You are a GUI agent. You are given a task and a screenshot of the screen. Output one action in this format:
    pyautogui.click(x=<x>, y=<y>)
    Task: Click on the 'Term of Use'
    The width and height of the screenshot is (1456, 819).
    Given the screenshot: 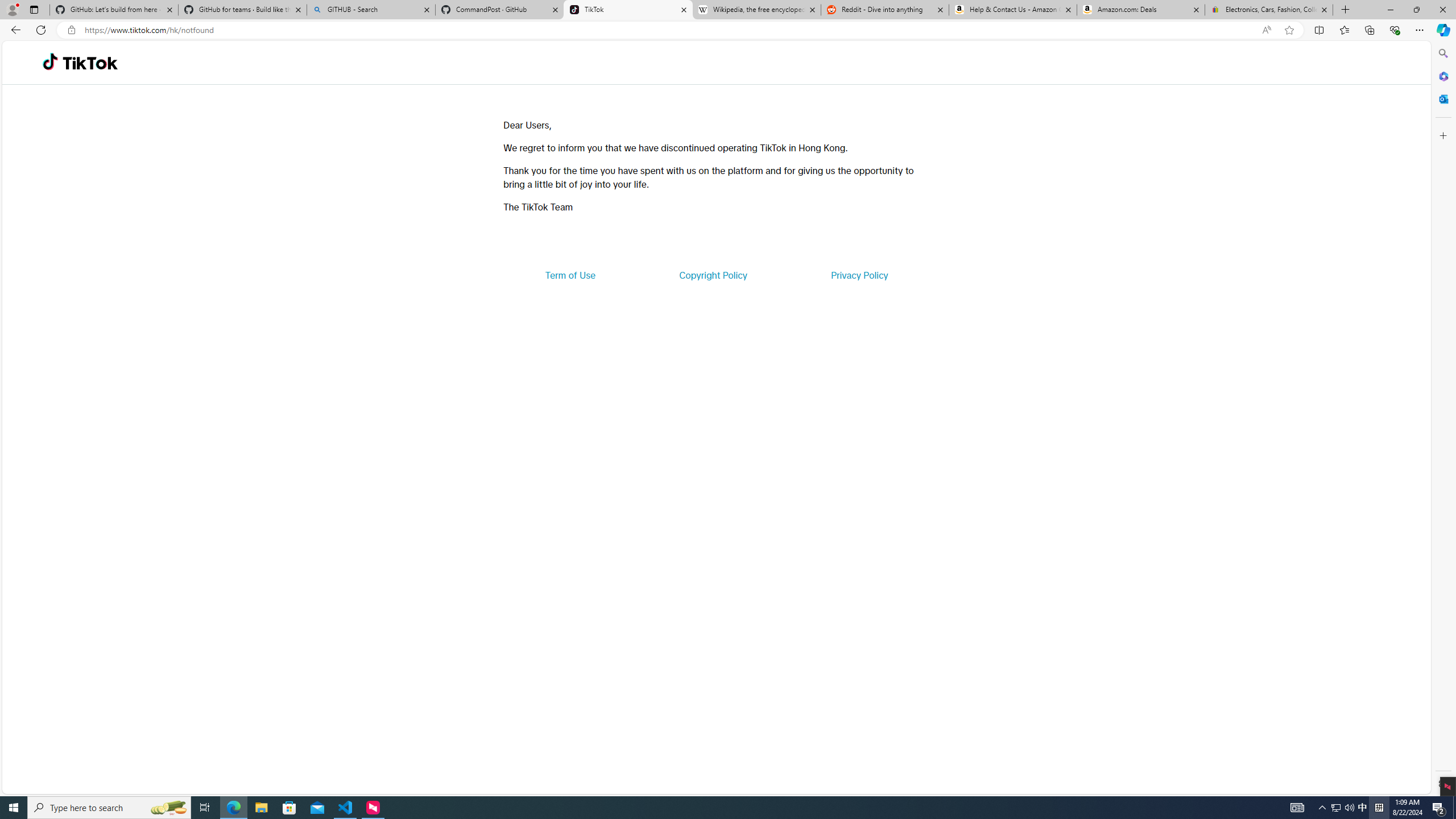 What is the action you would take?
    pyautogui.click(x=570, y=274)
    